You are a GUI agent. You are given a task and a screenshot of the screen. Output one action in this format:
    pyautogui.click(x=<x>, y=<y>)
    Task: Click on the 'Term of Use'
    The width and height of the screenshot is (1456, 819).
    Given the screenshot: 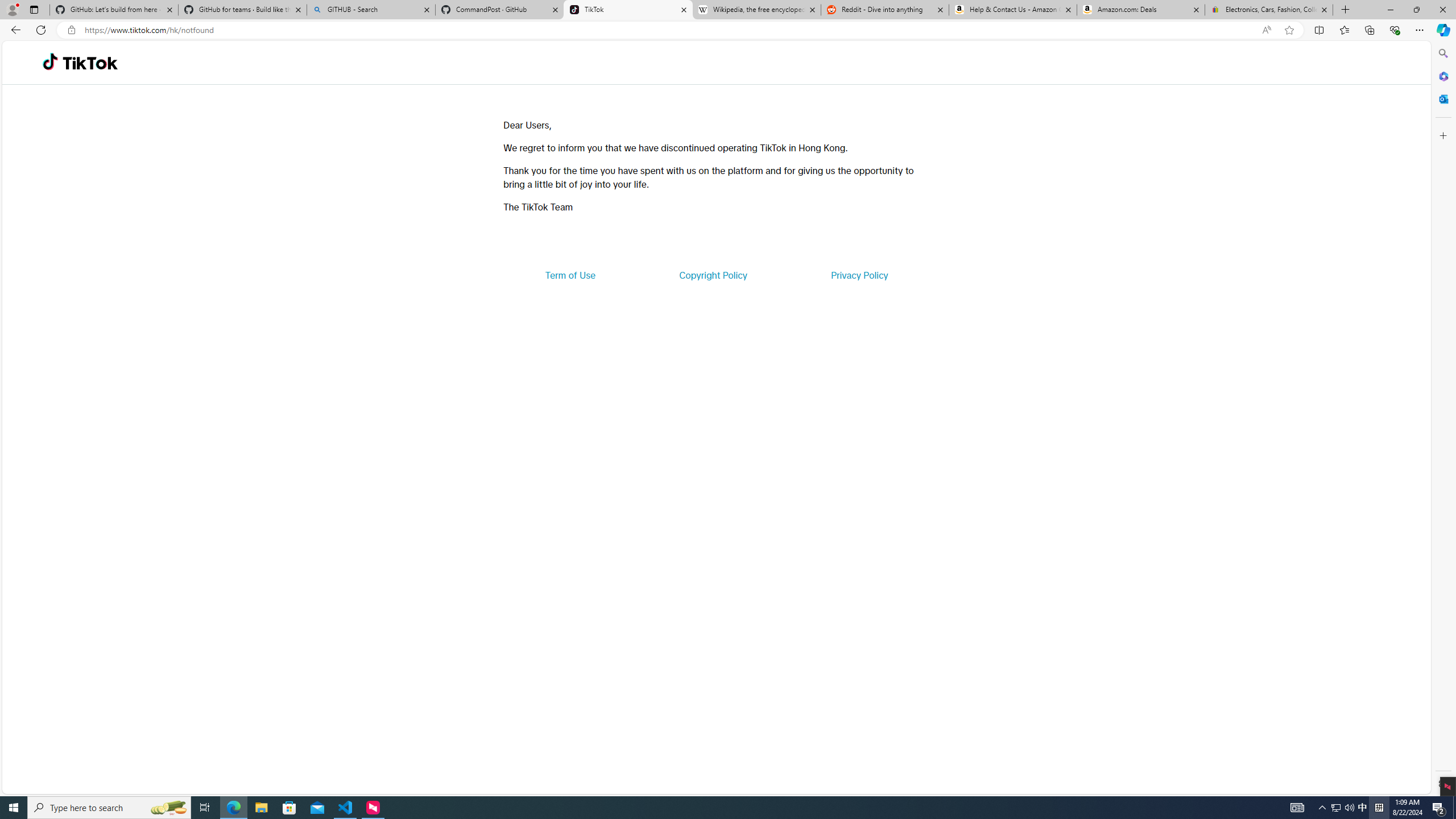 What is the action you would take?
    pyautogui.click(x=570, y=274)
    